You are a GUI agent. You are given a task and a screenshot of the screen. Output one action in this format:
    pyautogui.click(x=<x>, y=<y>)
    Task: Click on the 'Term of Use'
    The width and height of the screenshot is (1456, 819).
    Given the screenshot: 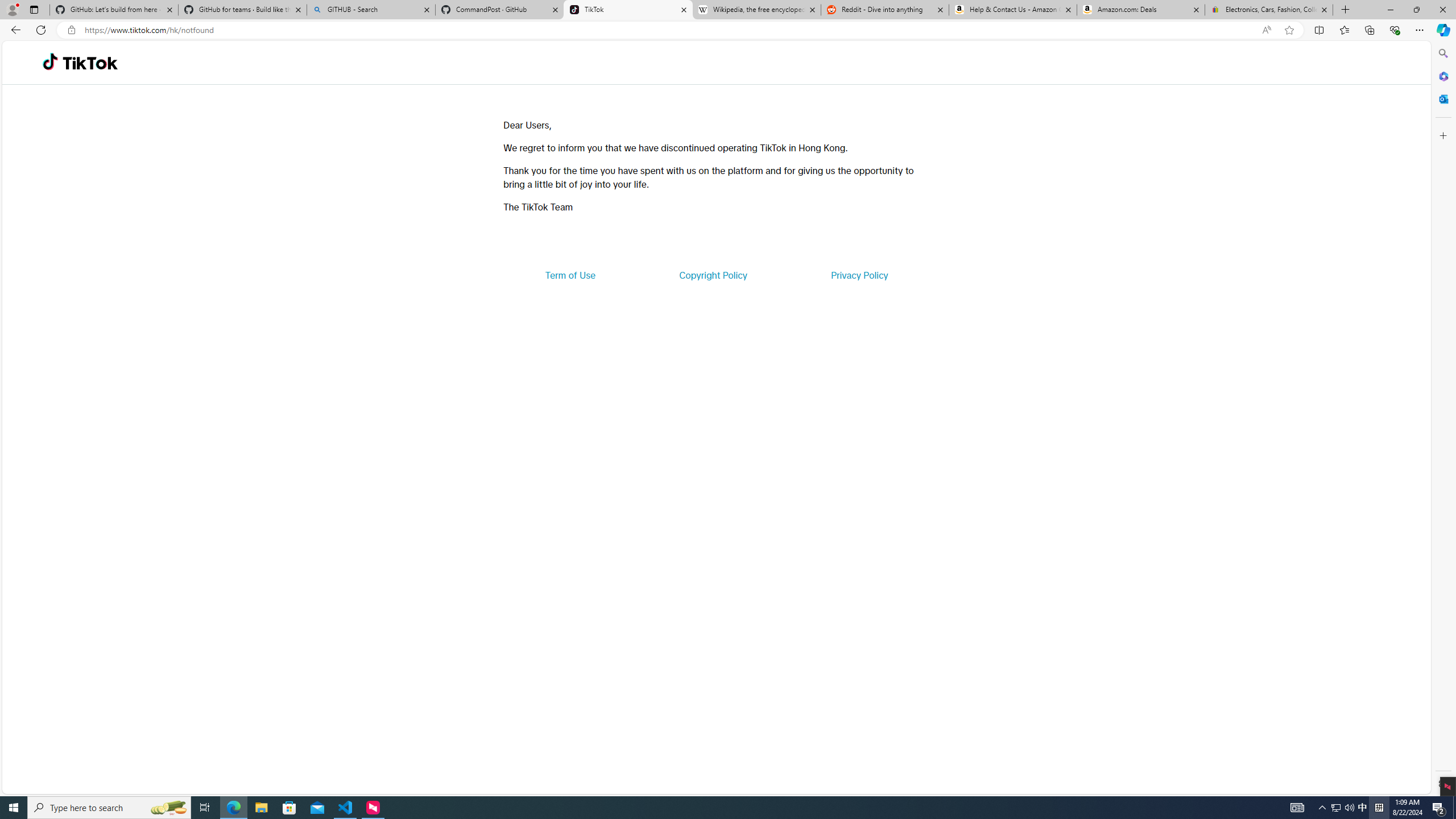 What is the action you would take?
    pyautogui.click(x=570, y=274)
    